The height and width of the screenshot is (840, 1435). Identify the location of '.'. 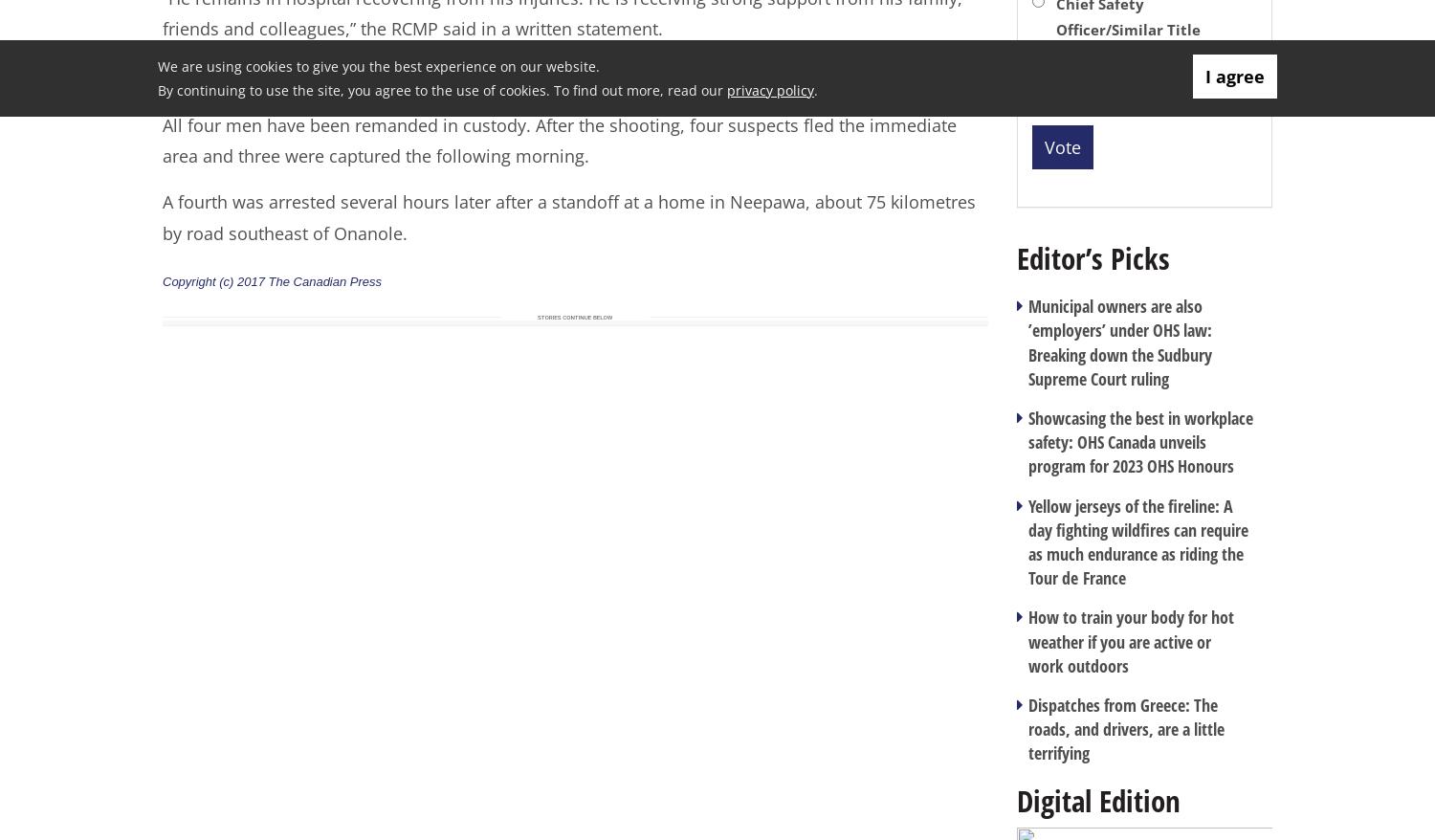
(815, 88).